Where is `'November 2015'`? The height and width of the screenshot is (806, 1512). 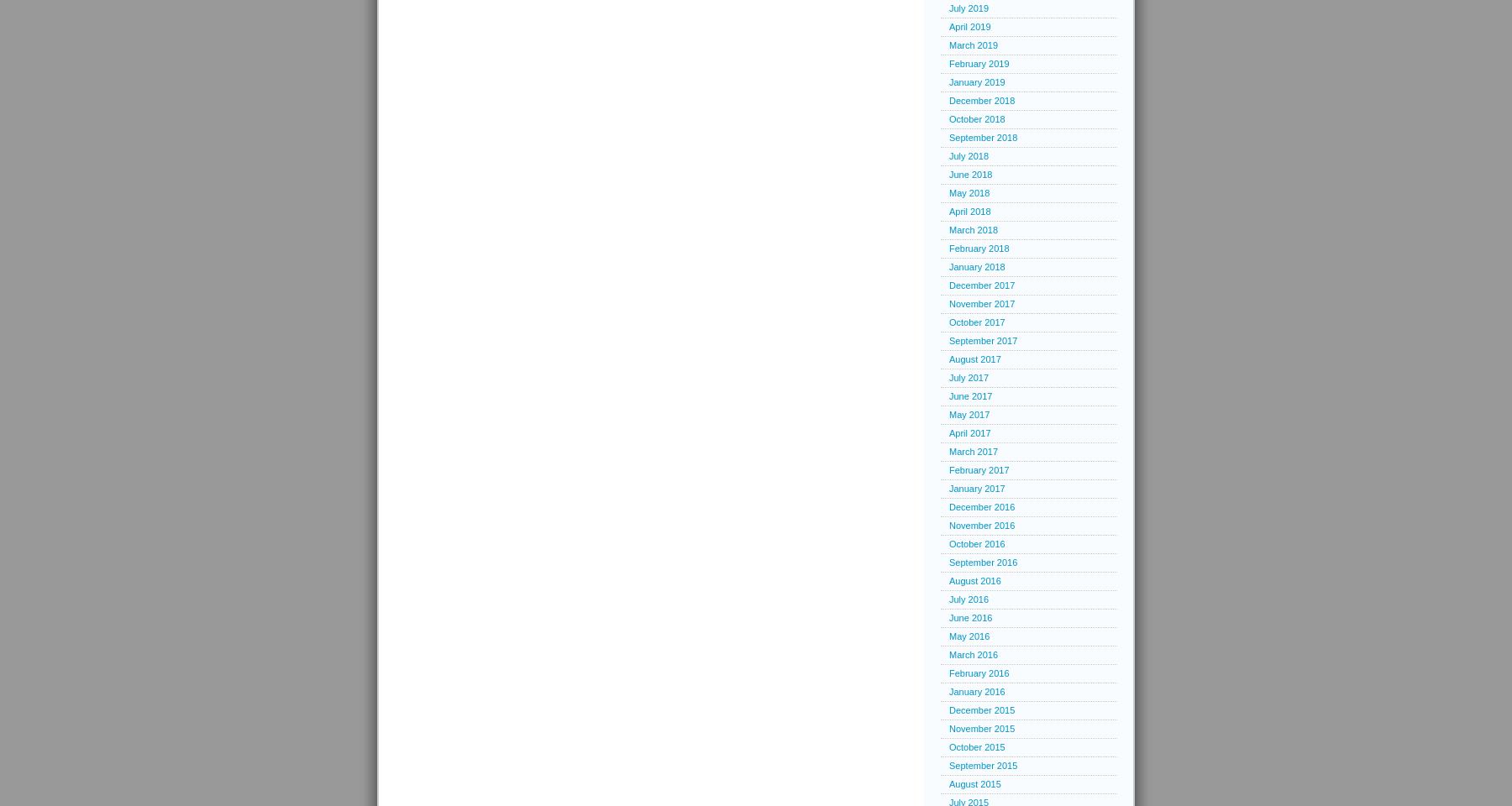 'November 2015' is located at coordinates (980, 728).